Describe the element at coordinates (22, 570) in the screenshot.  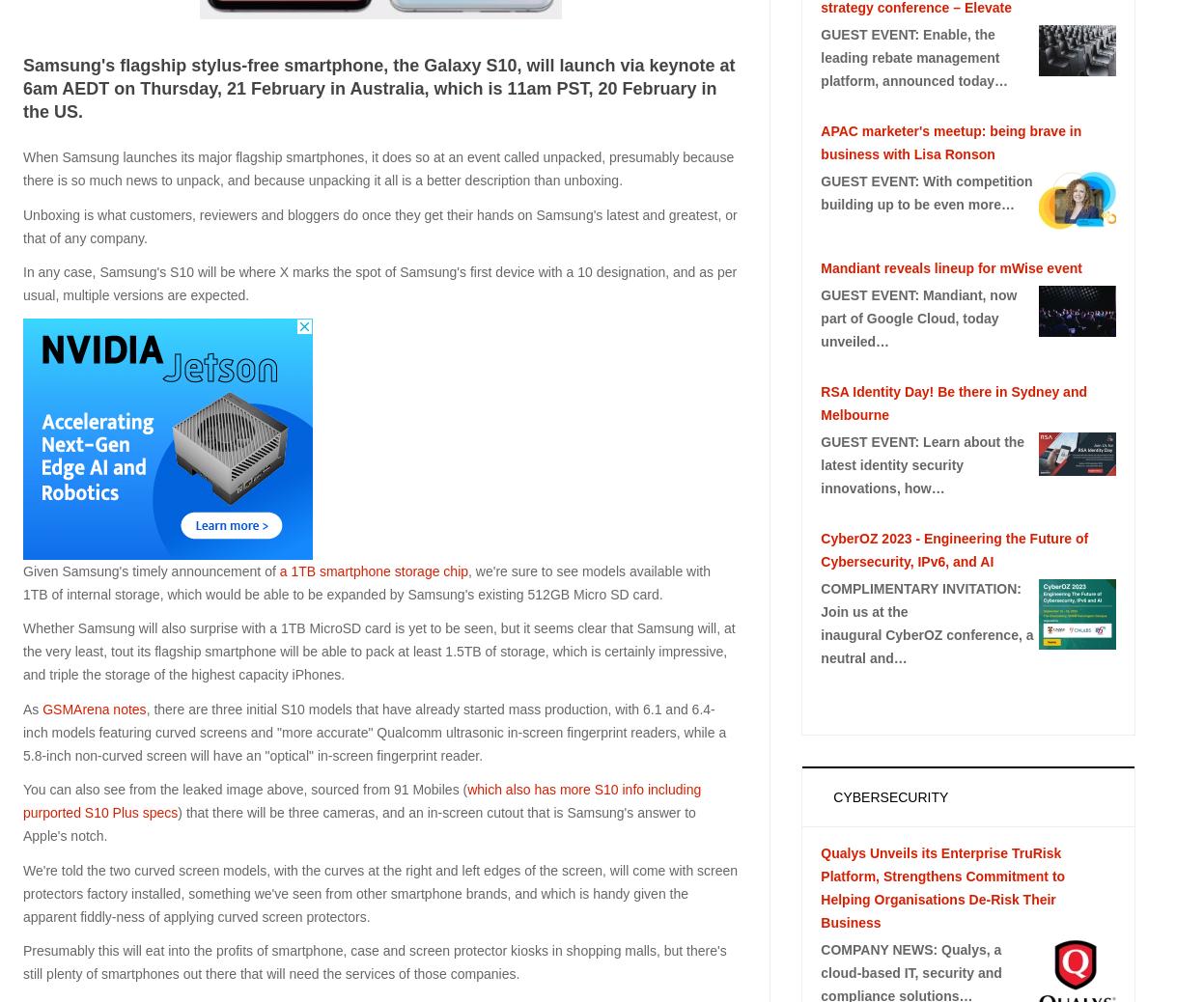
I see `'Given Samsung's timely announcement of'` at that location.